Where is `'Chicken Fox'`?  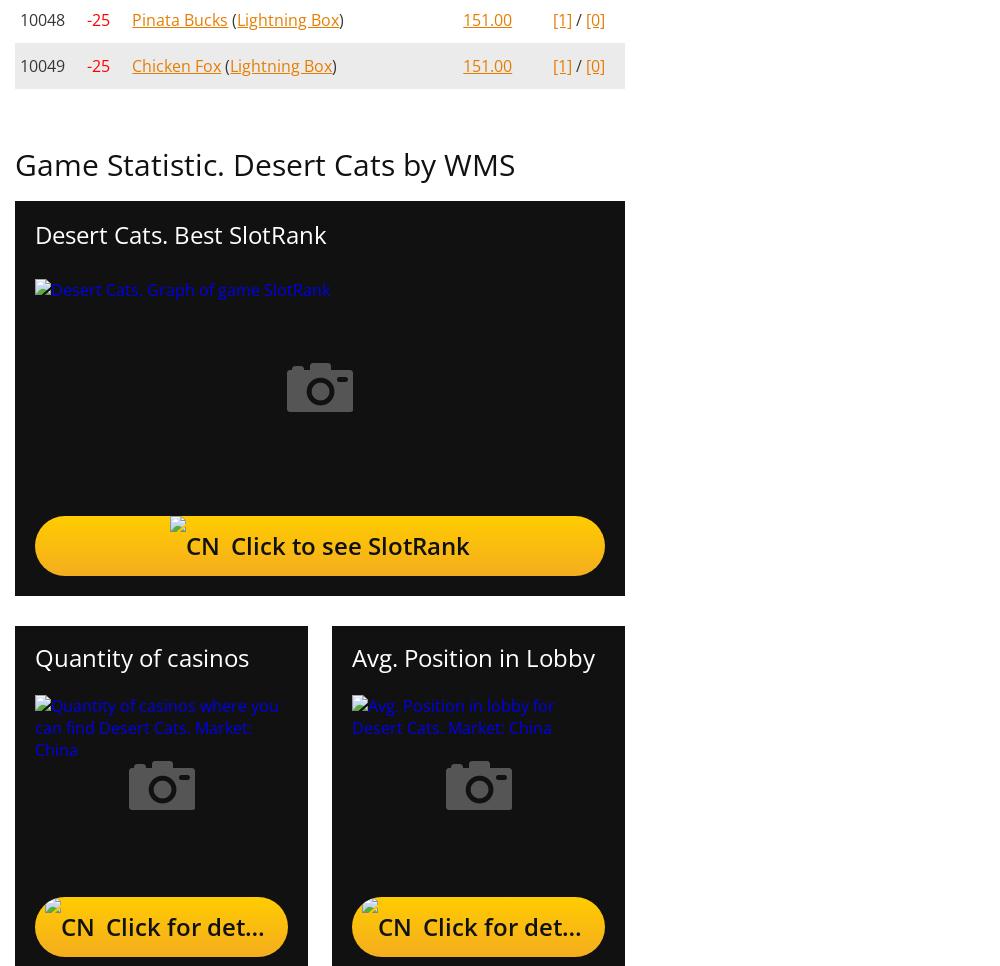
'Chicken Fox' is located at coordinates (176, 65).